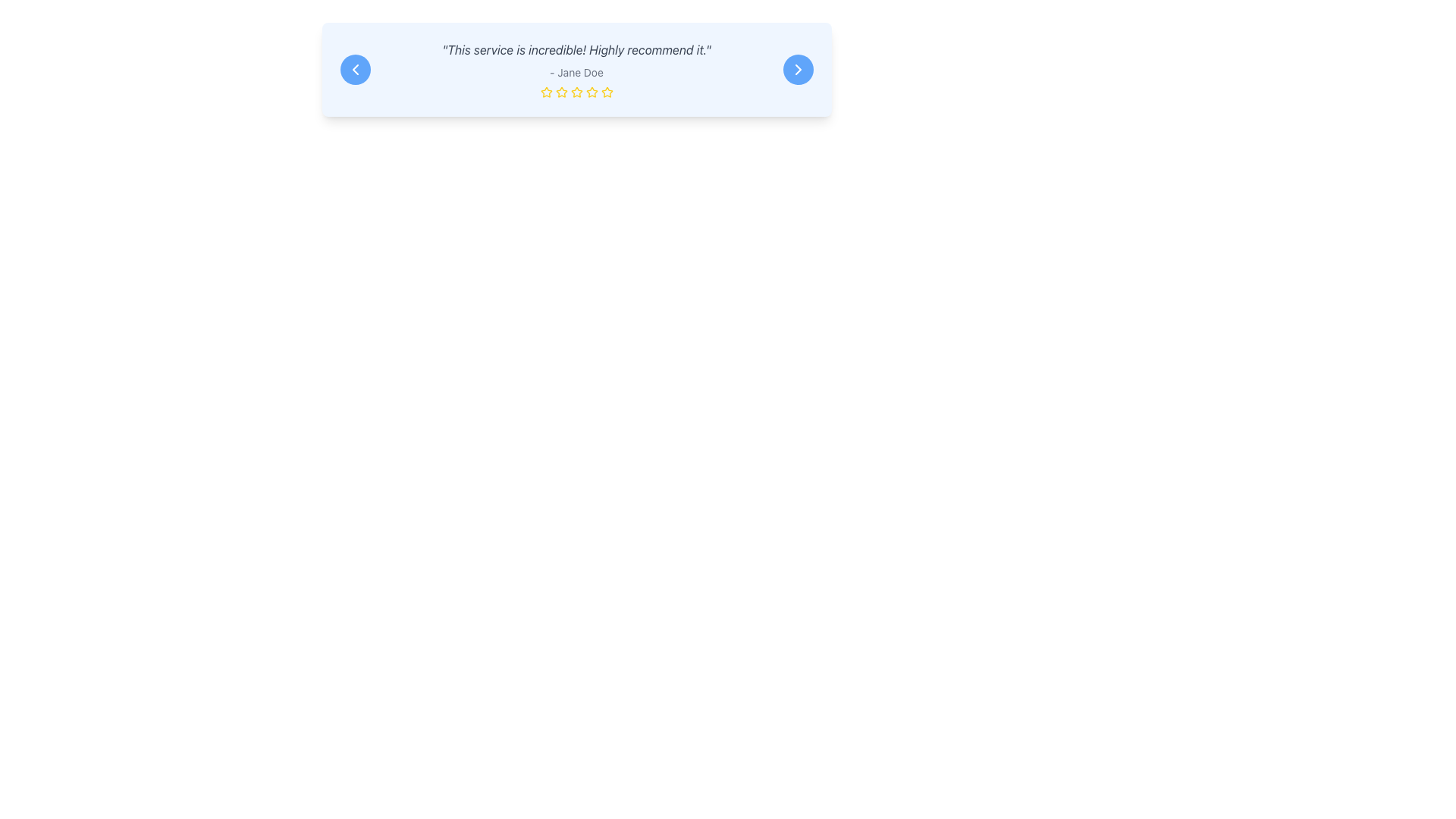 This screenshot has width=1456, height=819. What do you see at coordinates (546, 93) in the screenshot?
I see `the first rating star in the sequence` at bounding box center [546, 93].